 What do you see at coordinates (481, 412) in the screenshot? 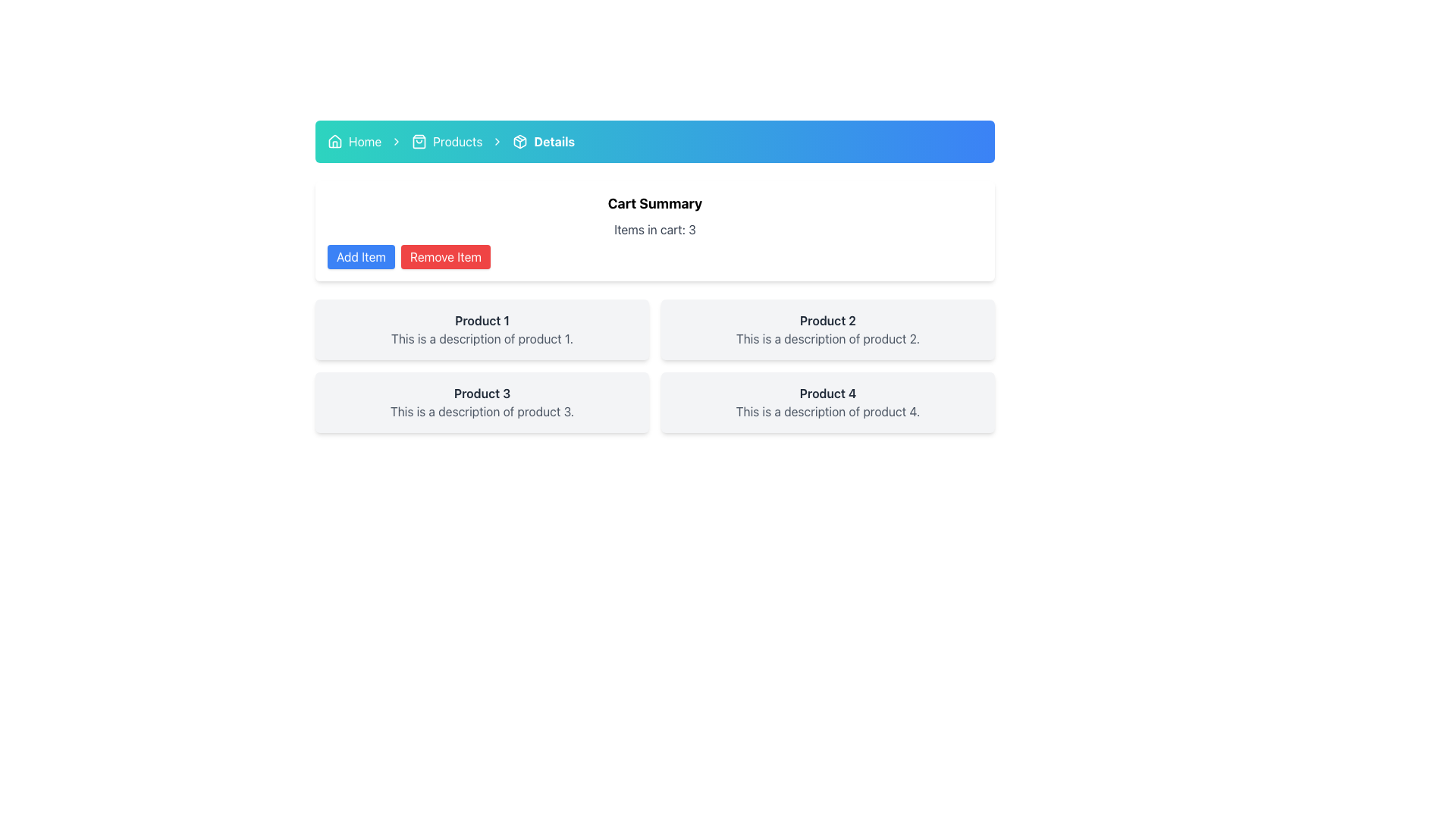
I see `text block containing the phrase 'This is a description of product 3.' located under the header 'Product 3' in the third tile of the grid layout` at bounding box center [481, 412].